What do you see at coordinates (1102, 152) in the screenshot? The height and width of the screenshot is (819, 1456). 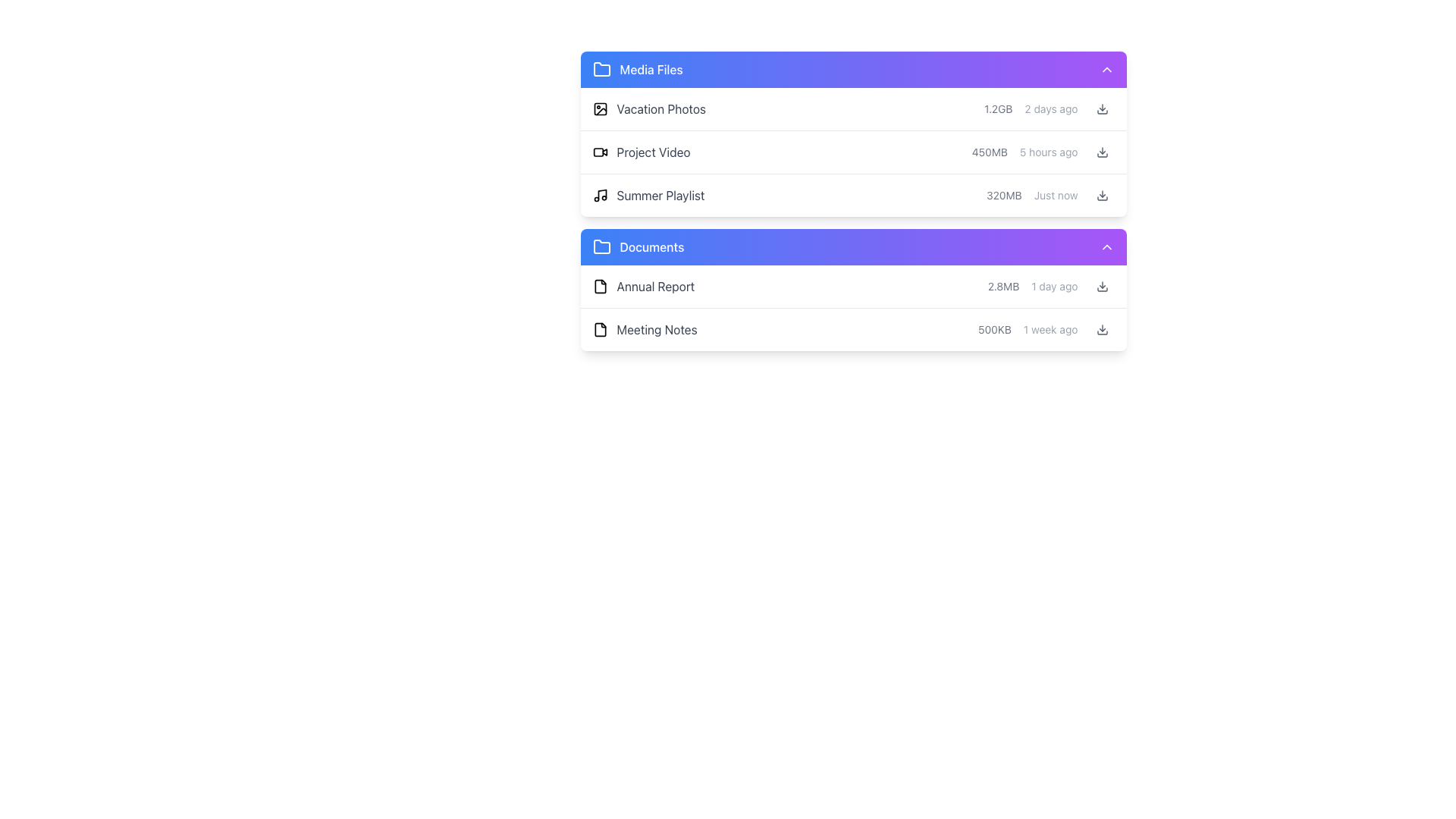 I see `the circular download button located in the 'Media Files' section, positioned beside '450MB' and '5 hours ago' text elements` at bounding box center [1102, 152].